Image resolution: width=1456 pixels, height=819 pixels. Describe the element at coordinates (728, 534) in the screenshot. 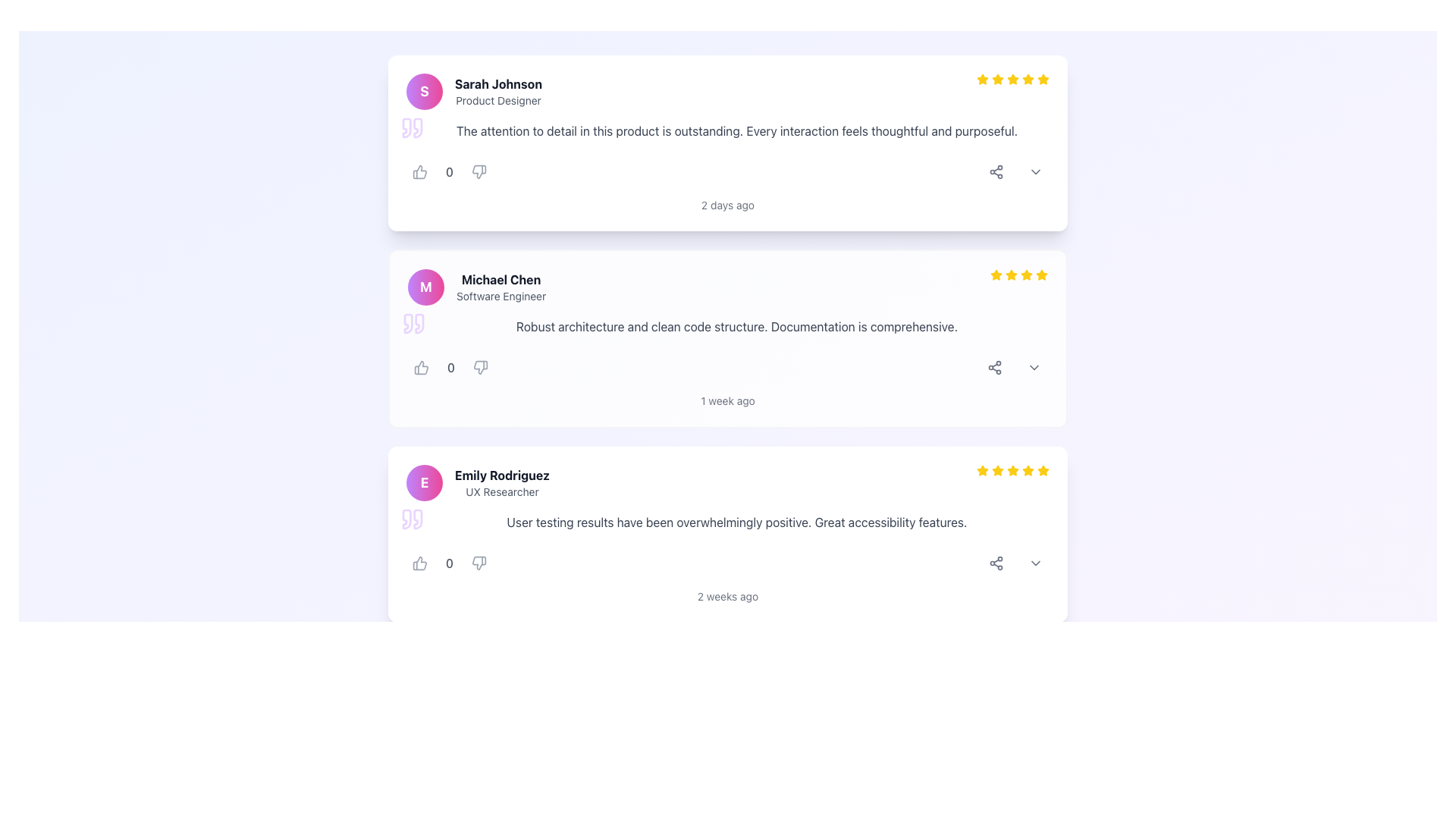

I see `the user testimonial card featuring Emily Rodriguez's feedback, which is the third card in a vertical list of testimonials` at that location.